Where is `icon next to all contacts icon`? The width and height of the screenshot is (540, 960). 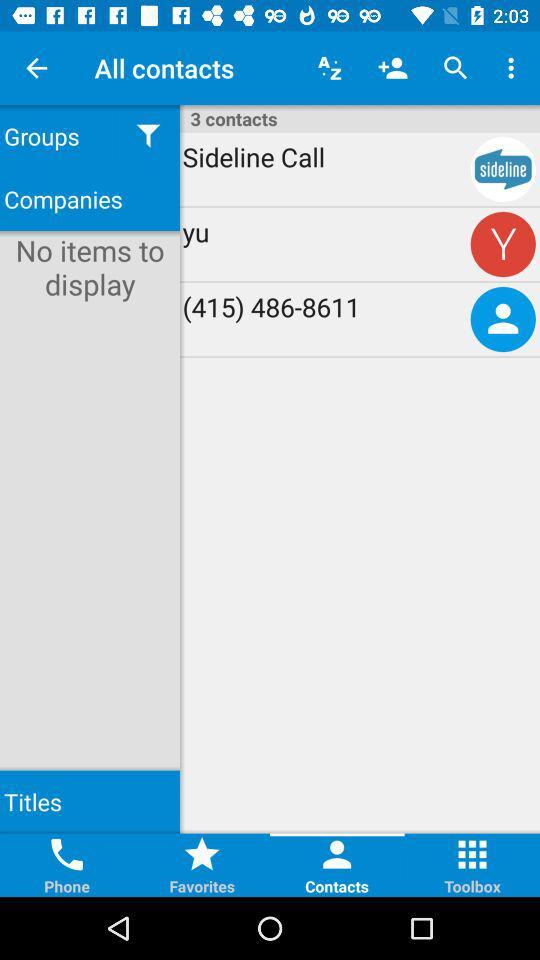
icon next to all contacts icon is located at coordinates (329, 68).